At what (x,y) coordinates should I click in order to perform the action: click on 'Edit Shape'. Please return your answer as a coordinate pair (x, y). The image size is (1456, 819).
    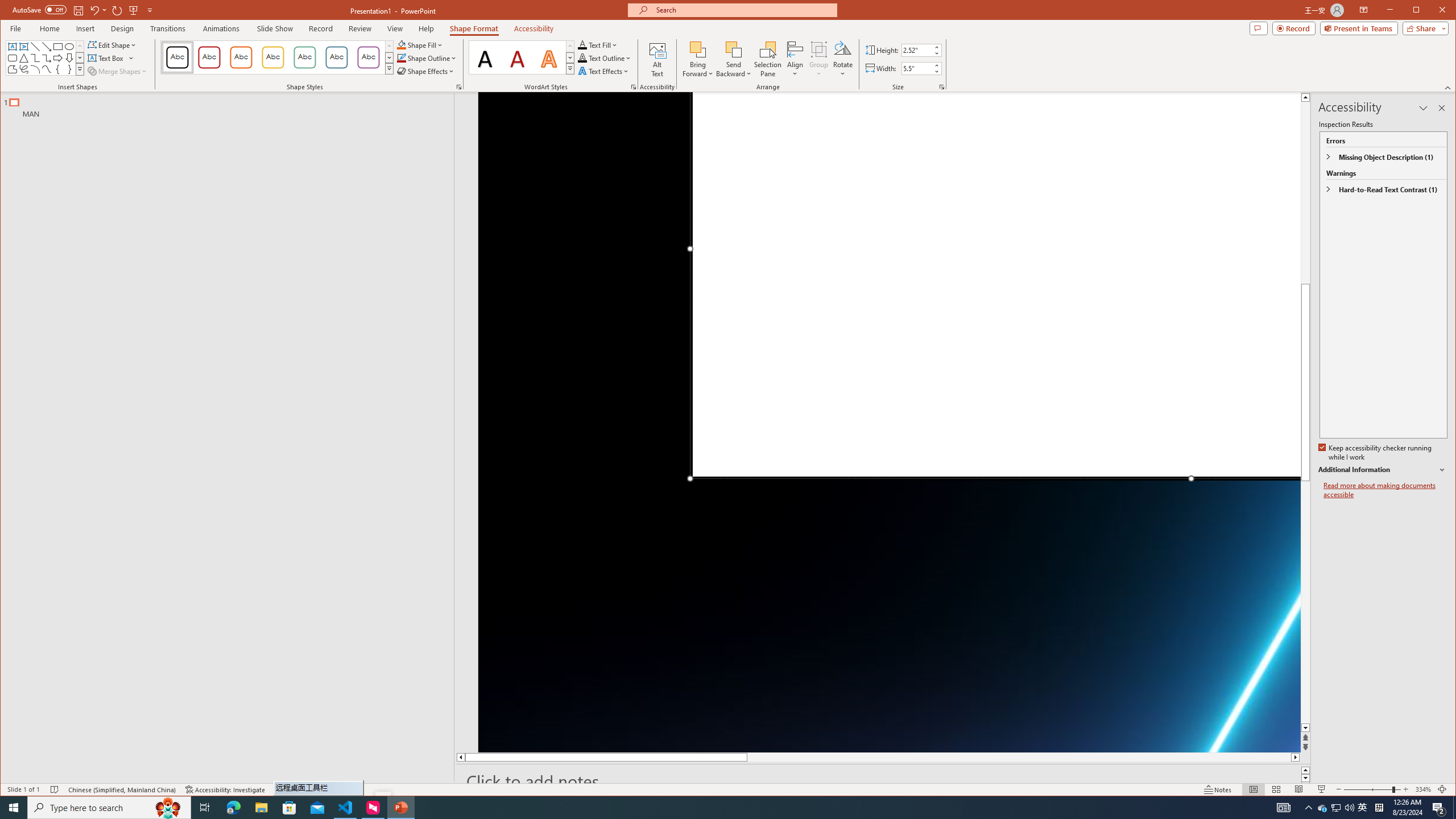
    Looking at the image, I should click on (112, 44).